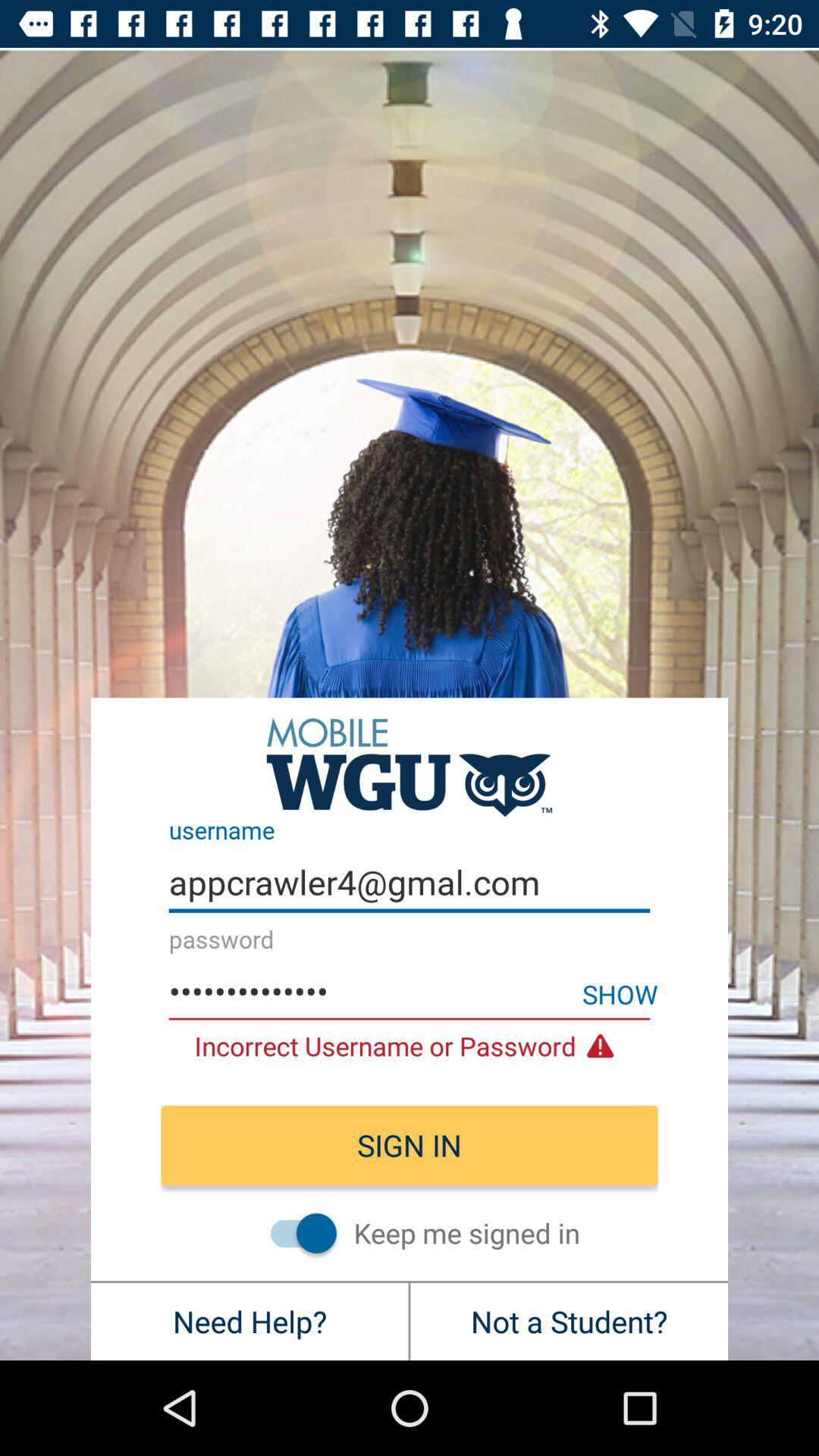  I want to click on the appcrawler4@gmal.com icon, so click(409, 882).